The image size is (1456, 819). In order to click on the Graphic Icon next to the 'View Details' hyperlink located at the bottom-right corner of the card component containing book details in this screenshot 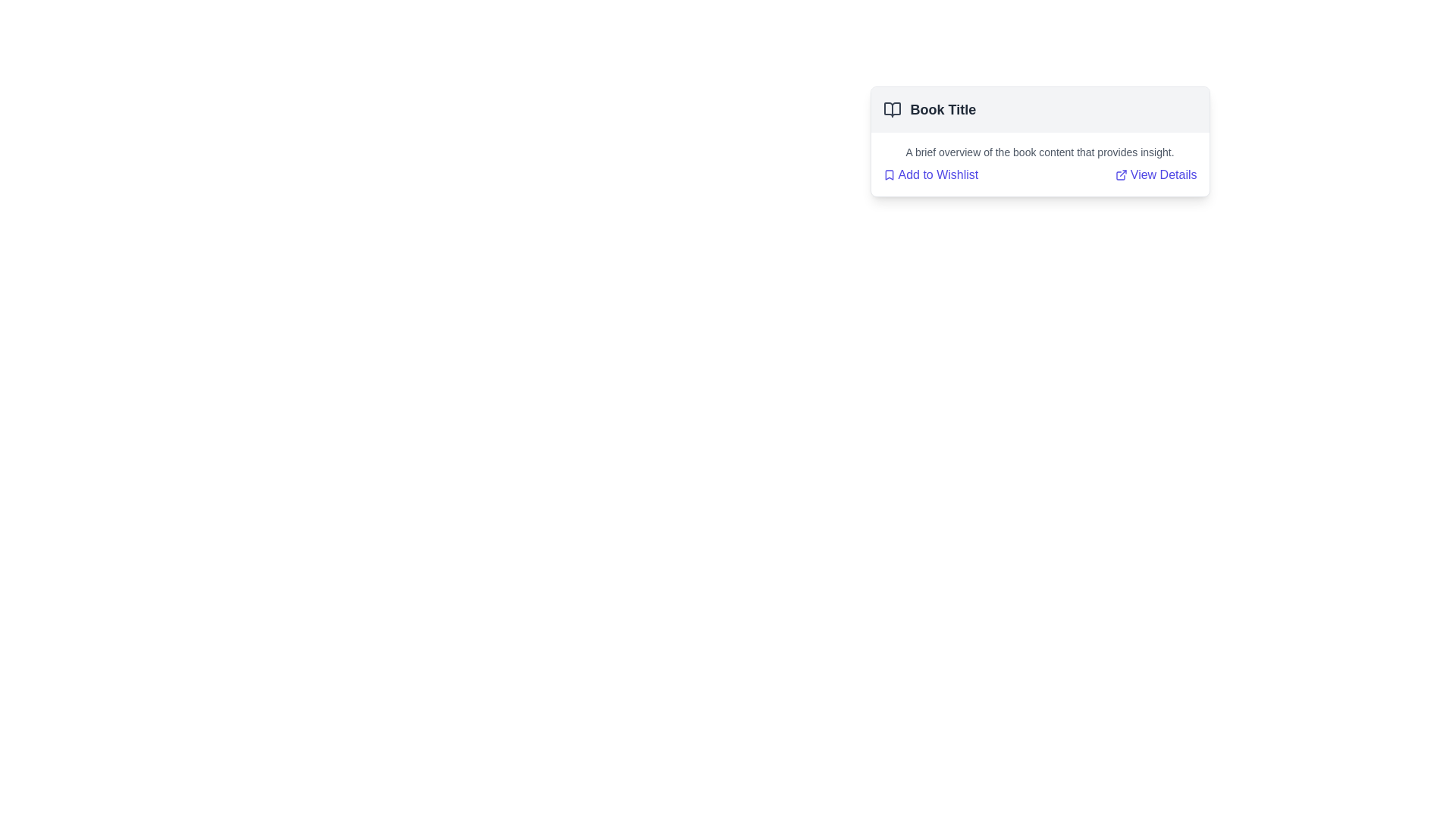, I will do `click(1121, 174)`.